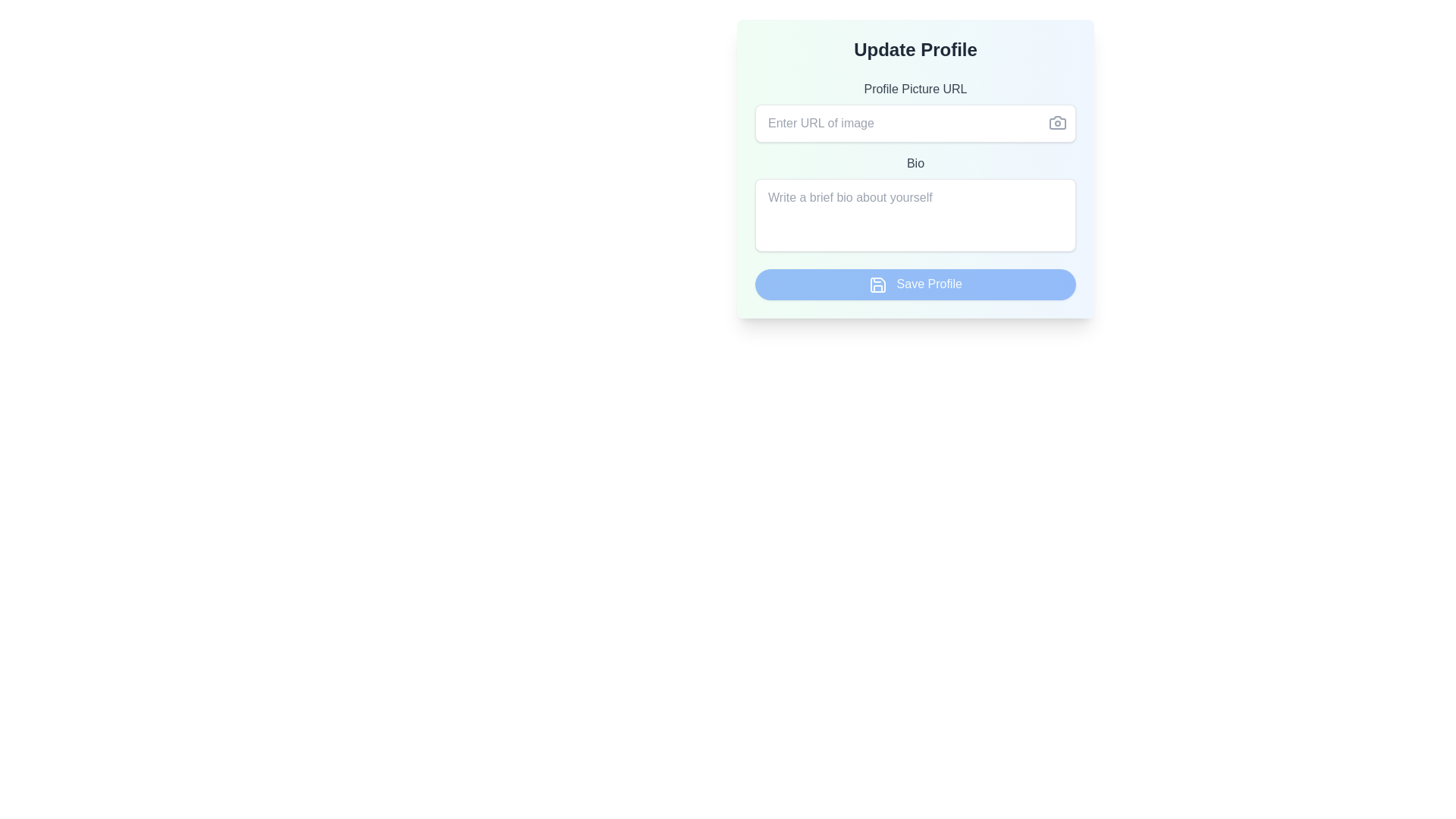 This screenshot has height=819, width=1456. I want to click on the save icon located to the left of the 'Save Profile' button, so click(878, 284).